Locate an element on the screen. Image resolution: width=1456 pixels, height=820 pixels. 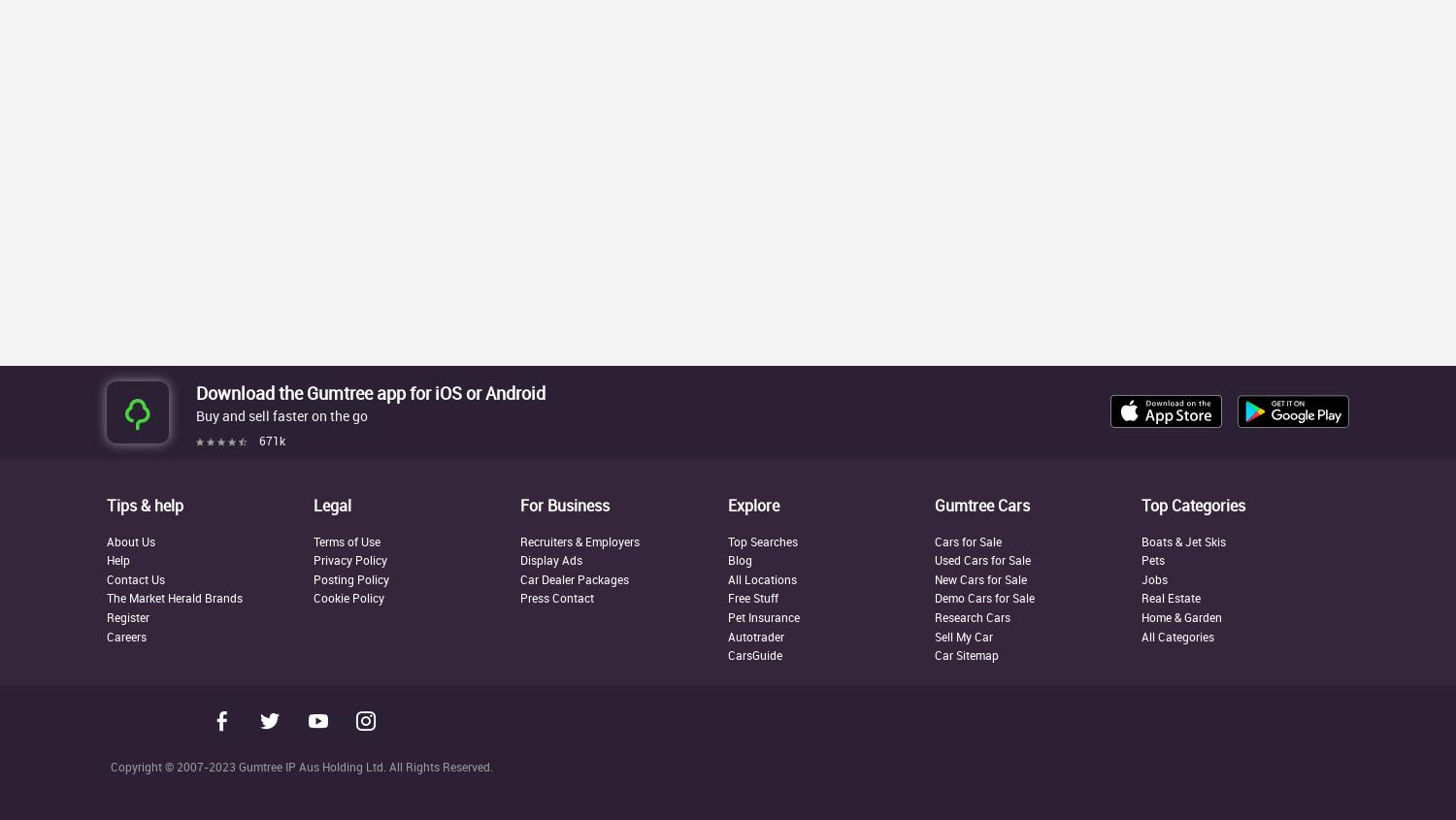
'Real Estate' is located at coordinates (1170, 598).